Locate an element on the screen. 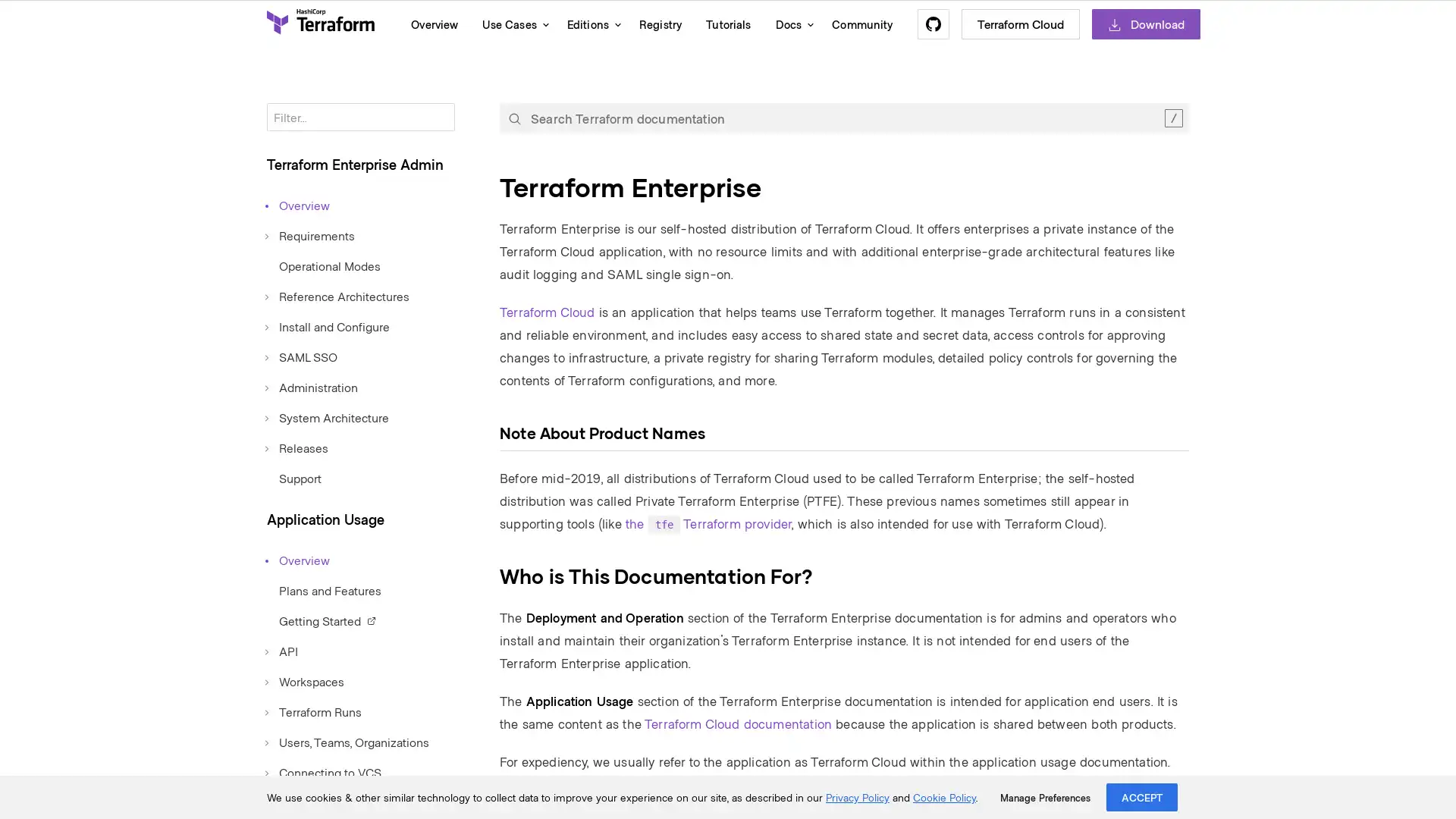  Administration is located at coordinates (312, 385).